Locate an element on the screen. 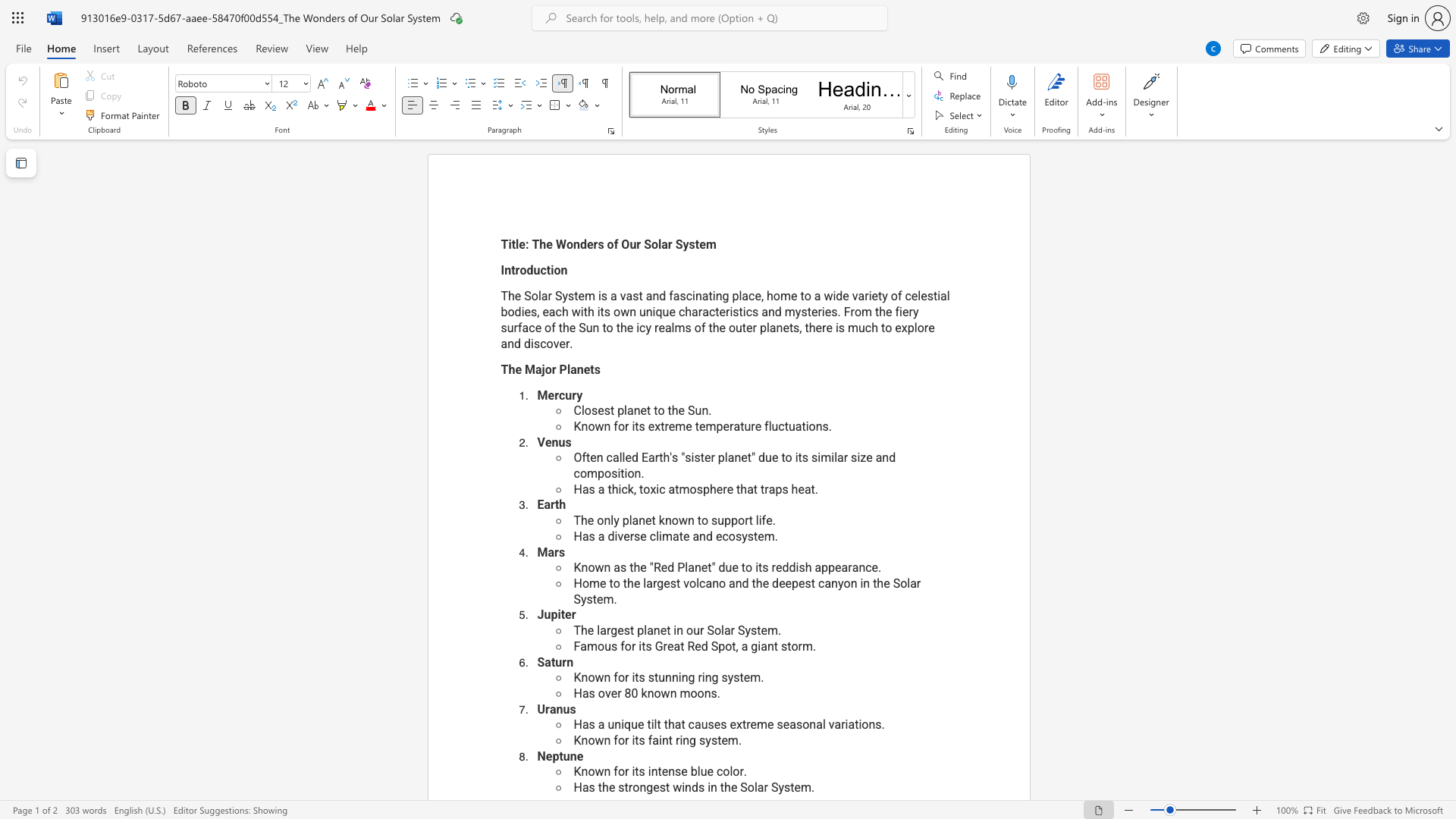 This screenshot has height=819, width=1456. the subset text "ctuations" within the text "Known for its extreme temperature fluctuations." is located at coordinates (778, 426).